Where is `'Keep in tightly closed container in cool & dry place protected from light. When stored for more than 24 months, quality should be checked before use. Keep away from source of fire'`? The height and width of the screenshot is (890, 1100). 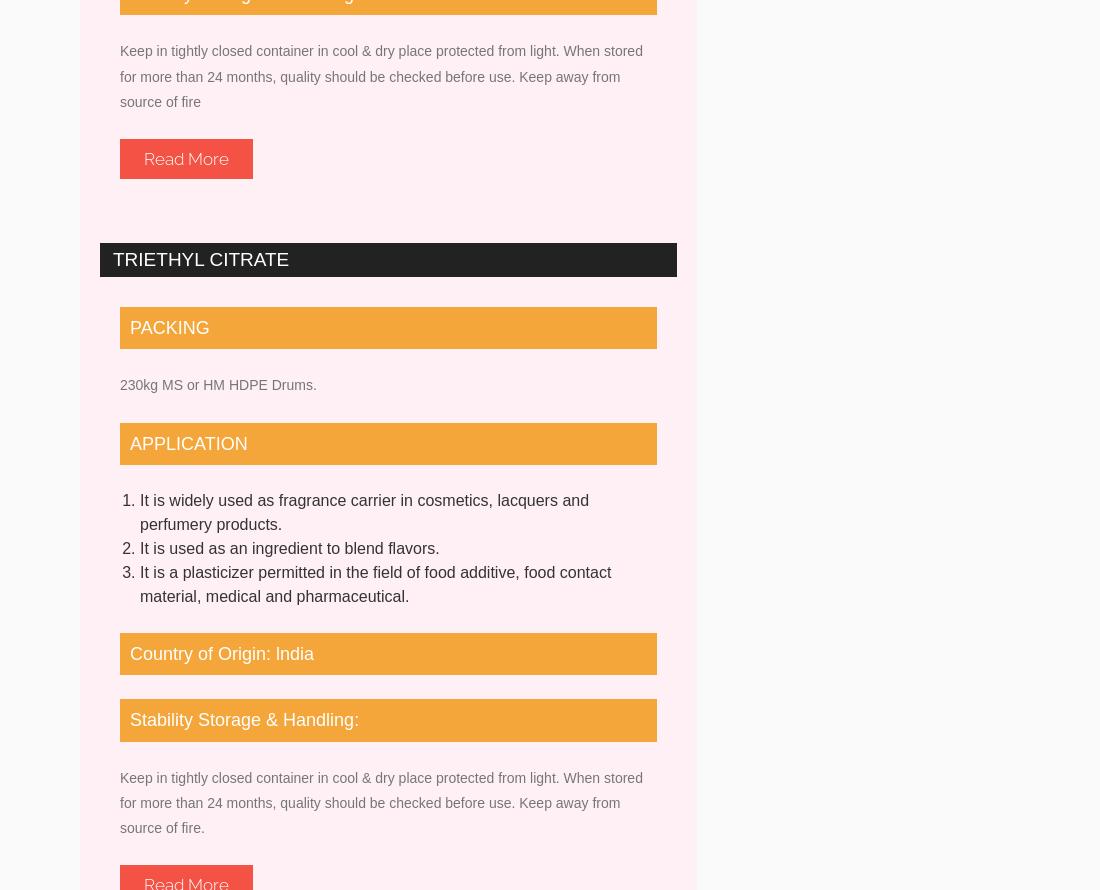
'Keep in tightly closed container in cool & dry place protected from light. When stored for more than 24 months, quality should be checked before use. Keep away from source of fire' is located at coordinates (381, 75).